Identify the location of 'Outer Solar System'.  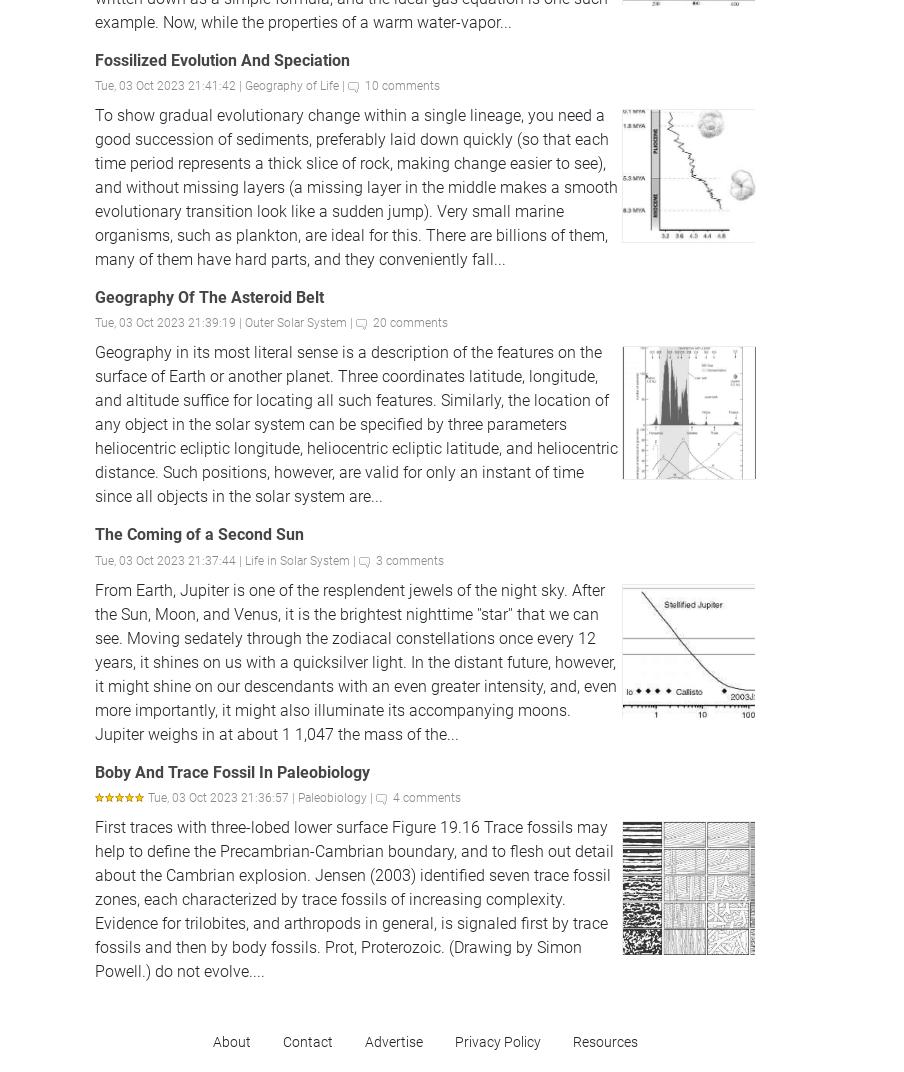
(295, 321).